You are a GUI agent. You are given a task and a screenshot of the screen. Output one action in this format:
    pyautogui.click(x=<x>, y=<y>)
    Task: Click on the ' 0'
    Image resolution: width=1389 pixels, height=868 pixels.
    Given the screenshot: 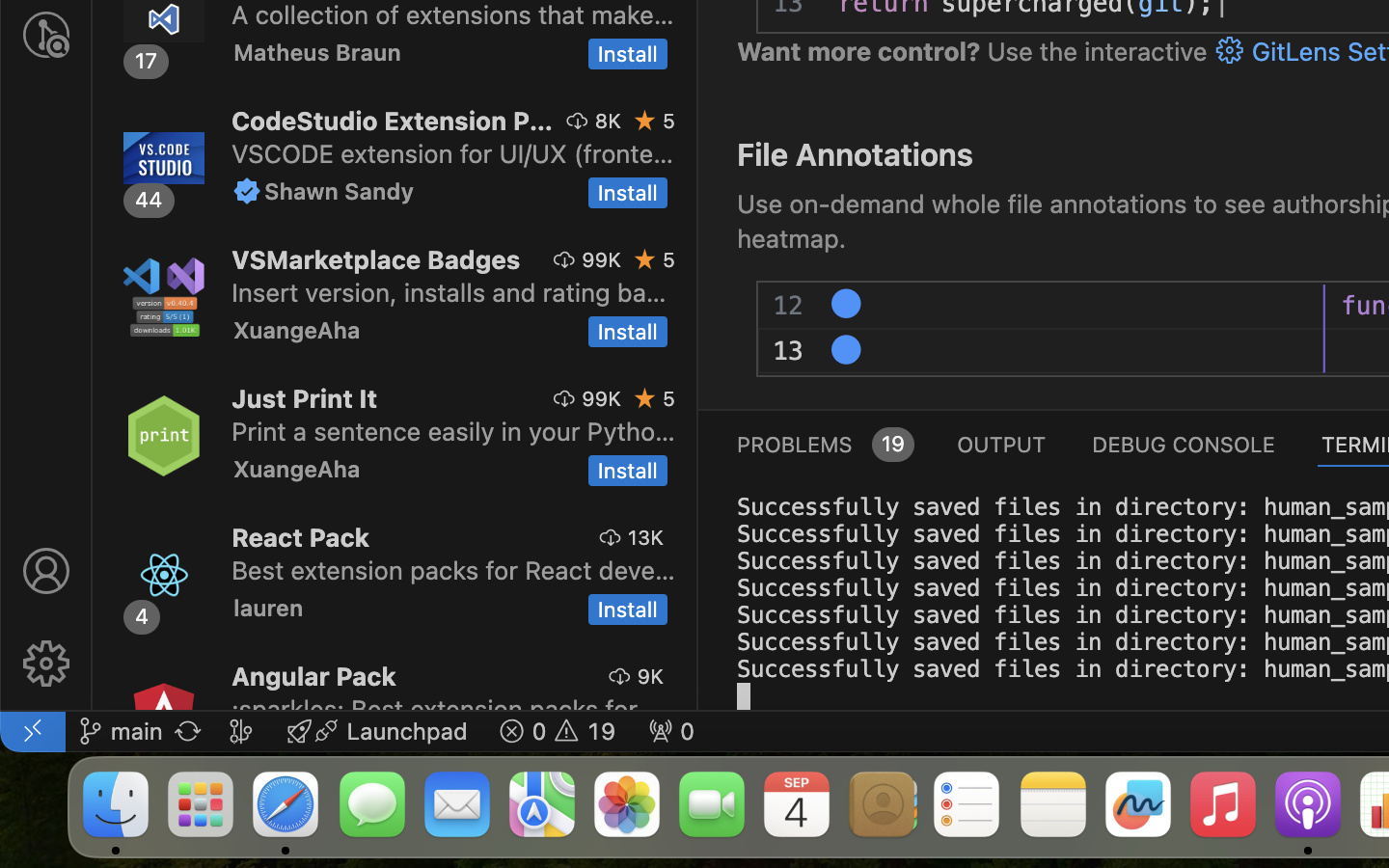 What is the action you would take?
    pyautogui.click(x=670, y=729)
    